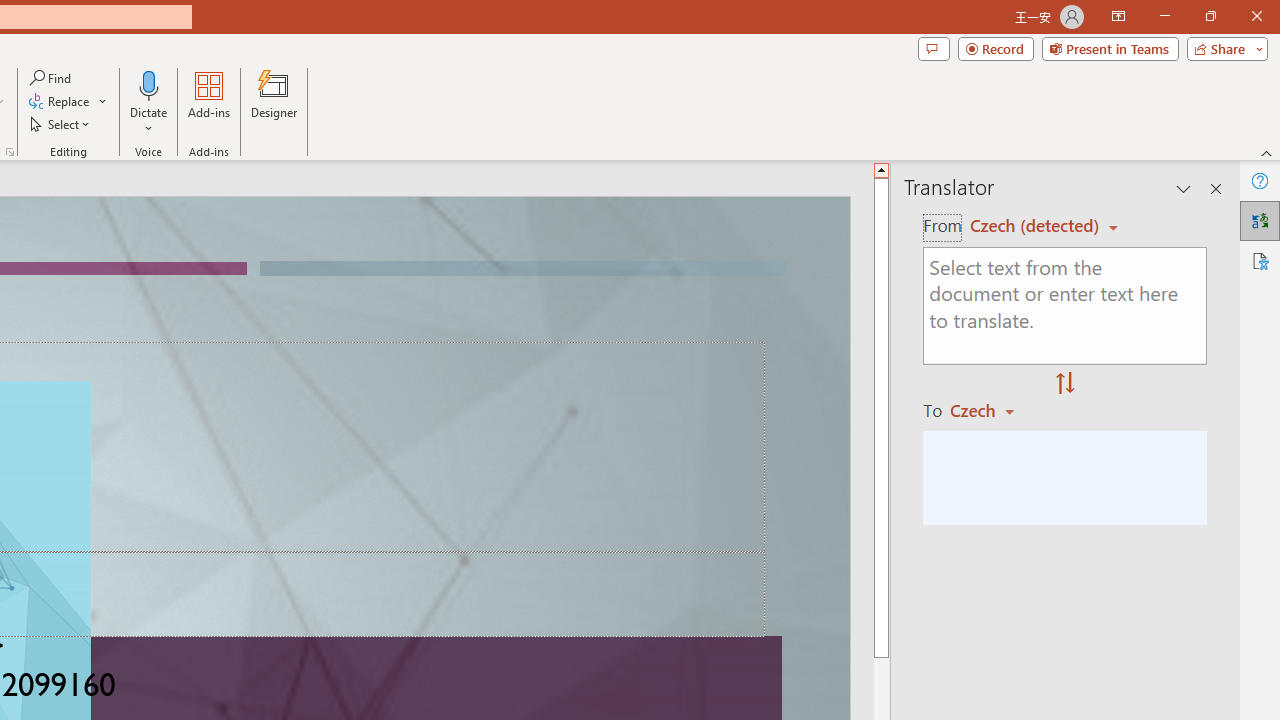 This screenshot has width=1280, height=720. What do you see at coordinates (991, 409) in the screenshot?
I see `'Czech'` at bounding box center [991, 409].